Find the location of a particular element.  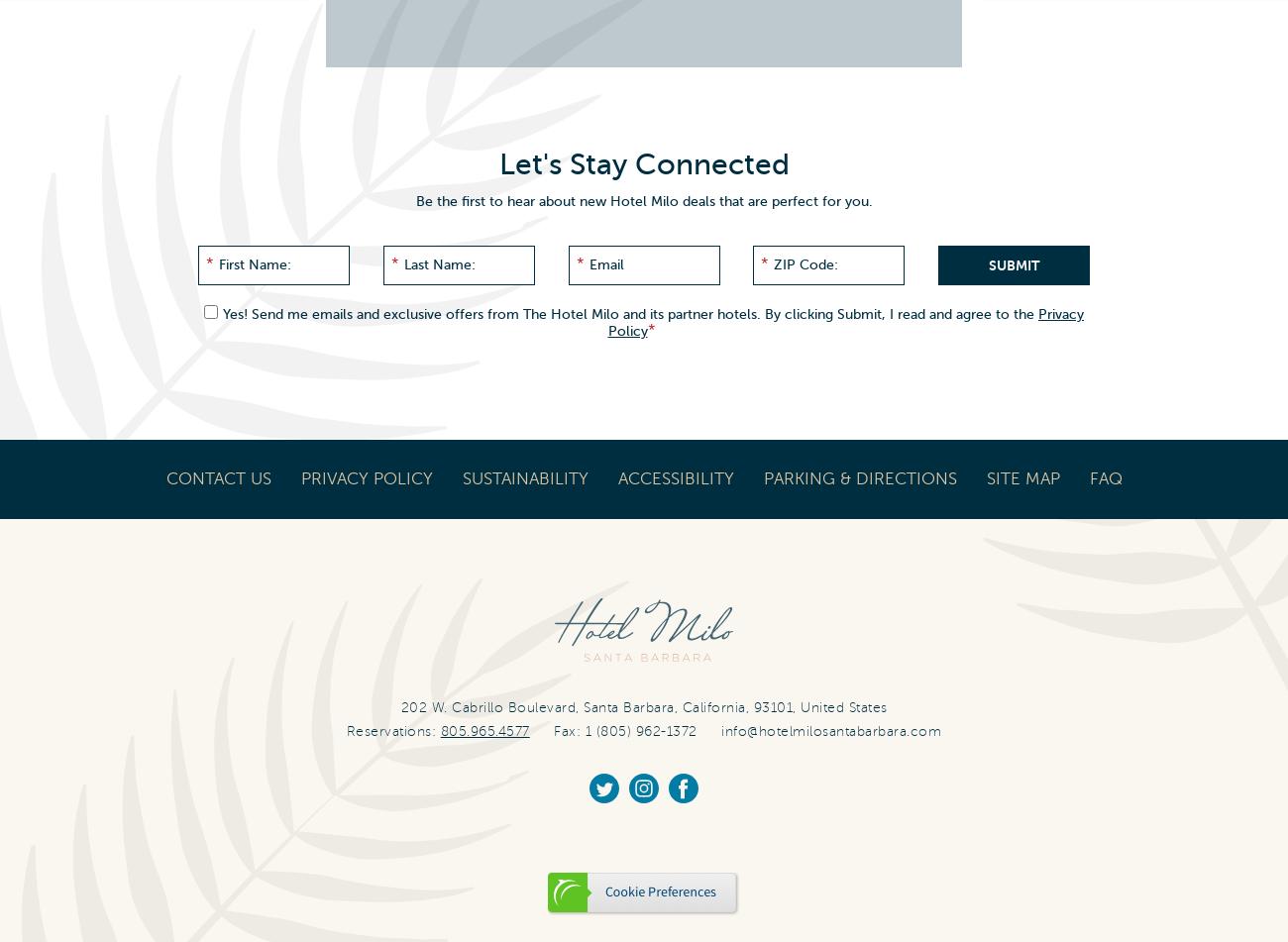

'Be the first to hear about new Hotel Milo deals that are perfect for you.' is located at coordinates (643, 201).